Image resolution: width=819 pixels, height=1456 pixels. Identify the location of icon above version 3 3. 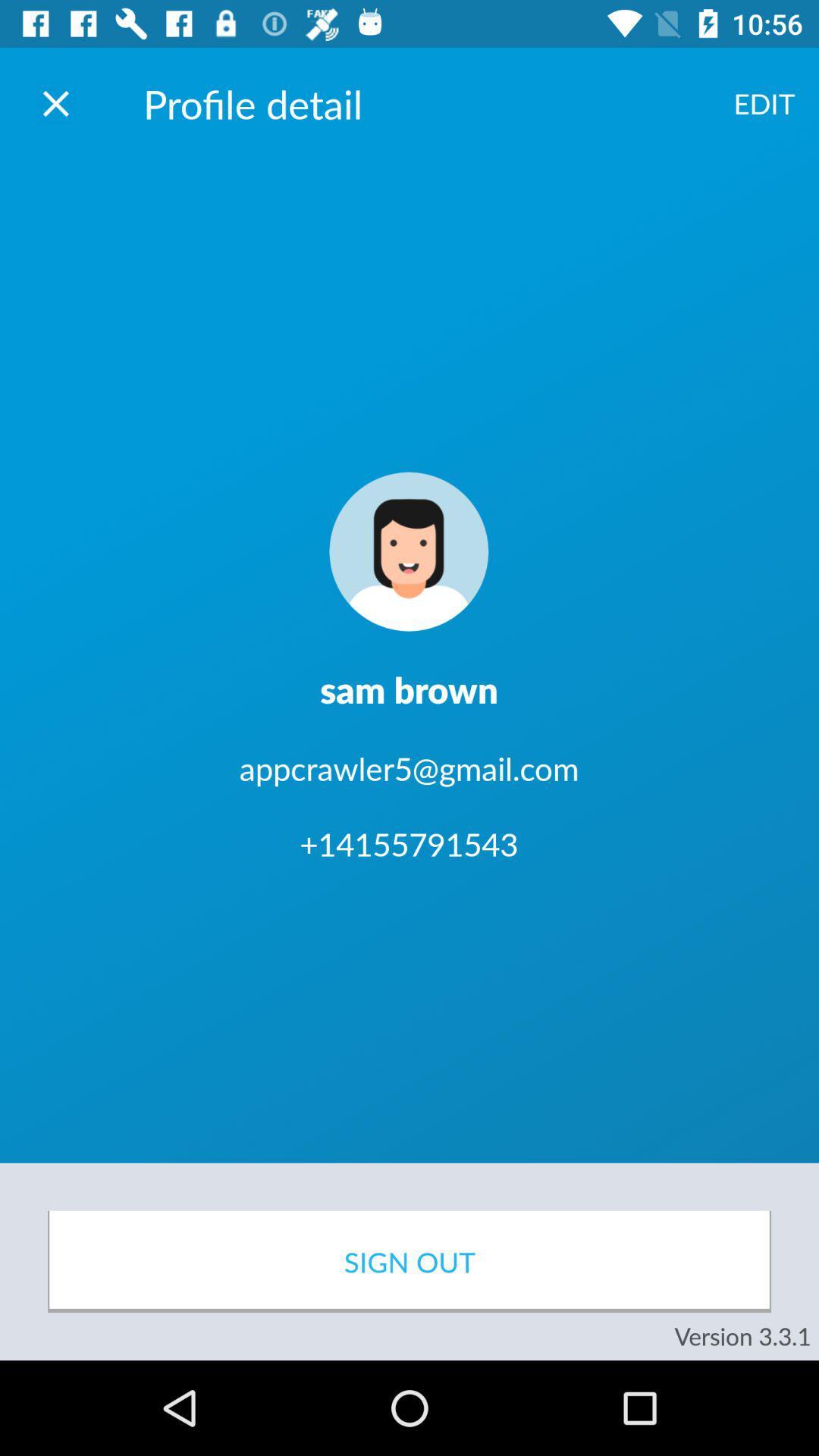
(409, 1261).